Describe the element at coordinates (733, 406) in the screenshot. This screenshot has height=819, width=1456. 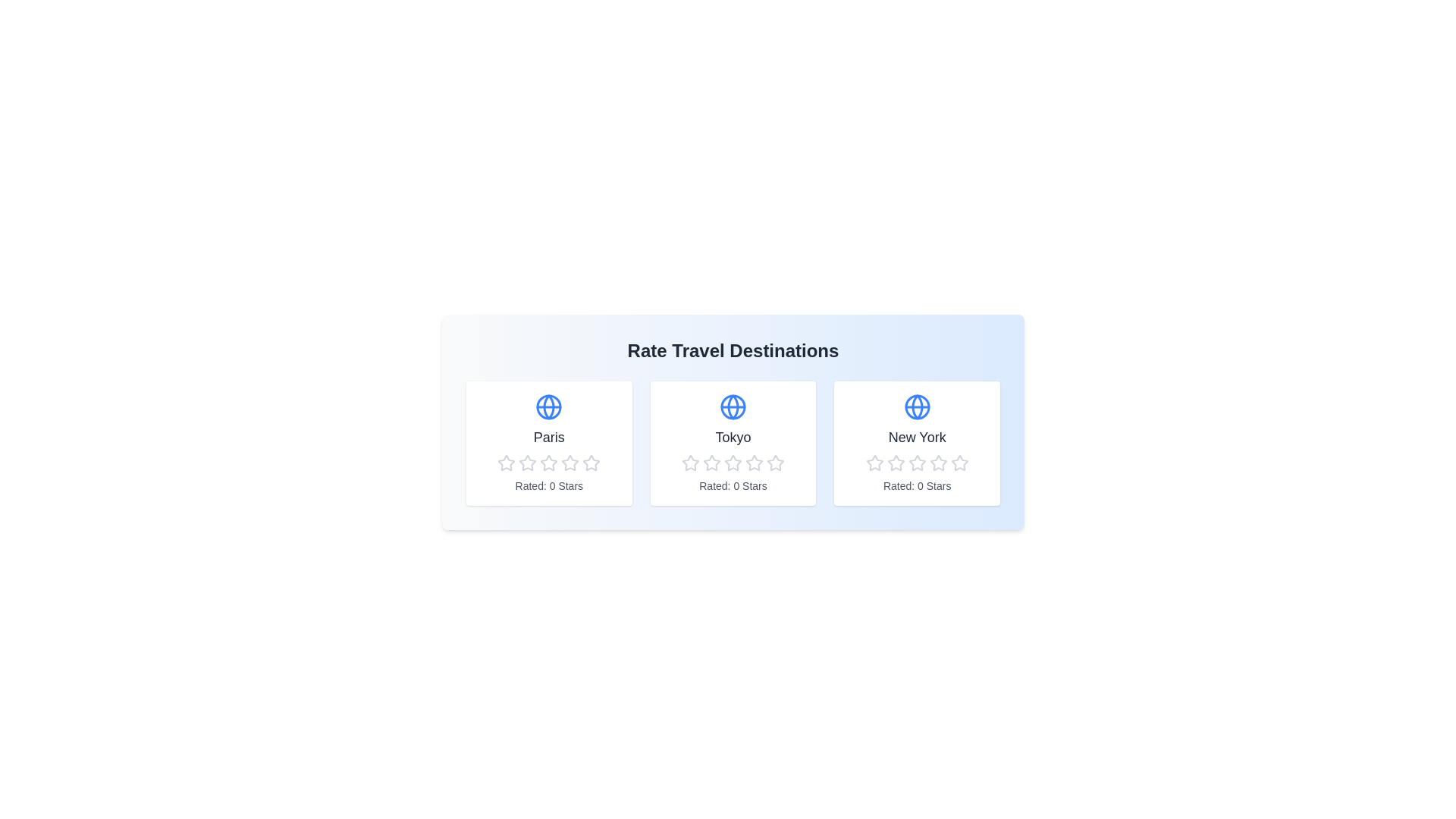
I see `the globe icon for the destination Tokyo` at that location.